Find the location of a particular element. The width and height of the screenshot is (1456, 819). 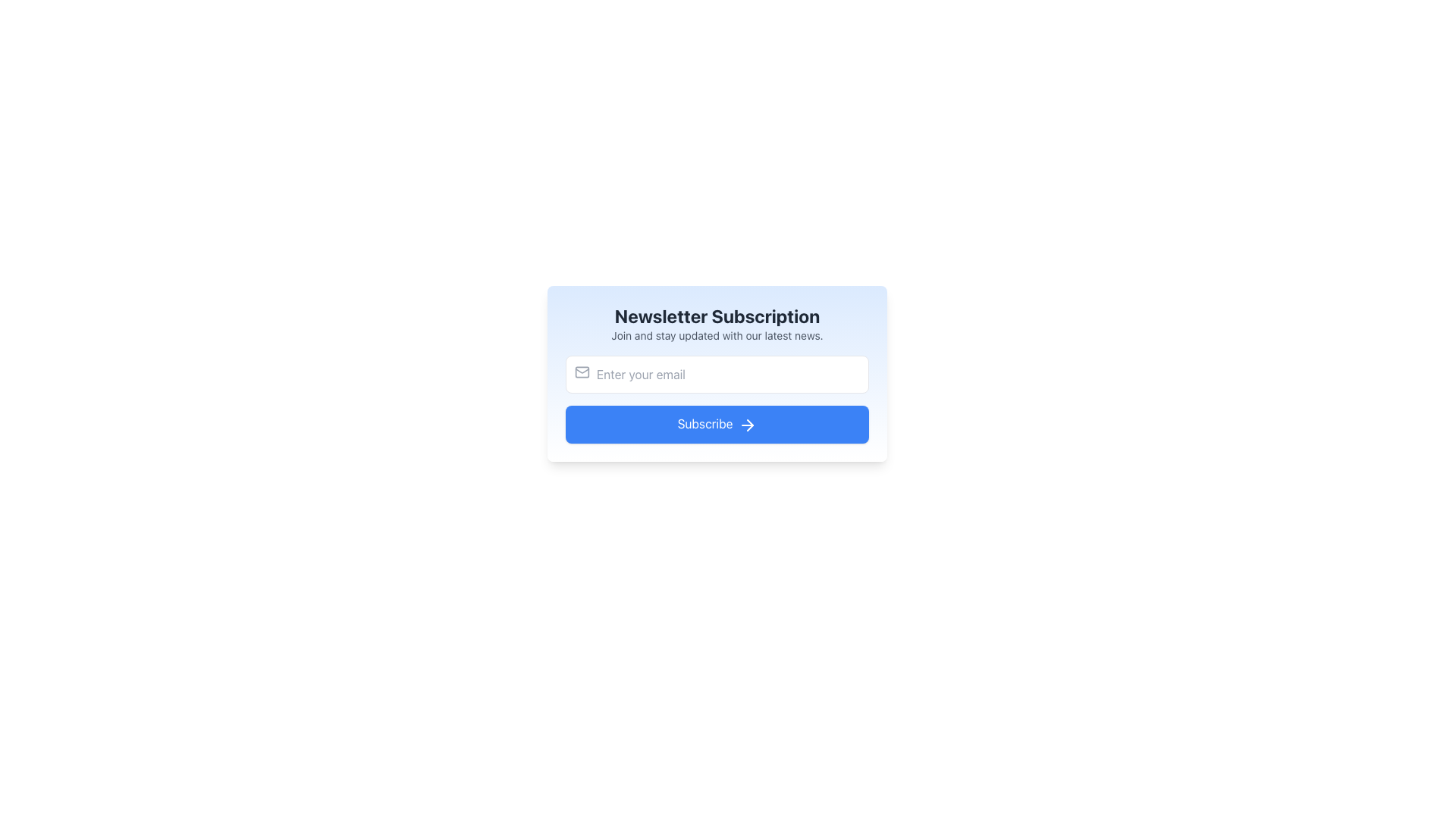

the newsletter subscription button to observe the hover effects is located at coordinates (716, 424).